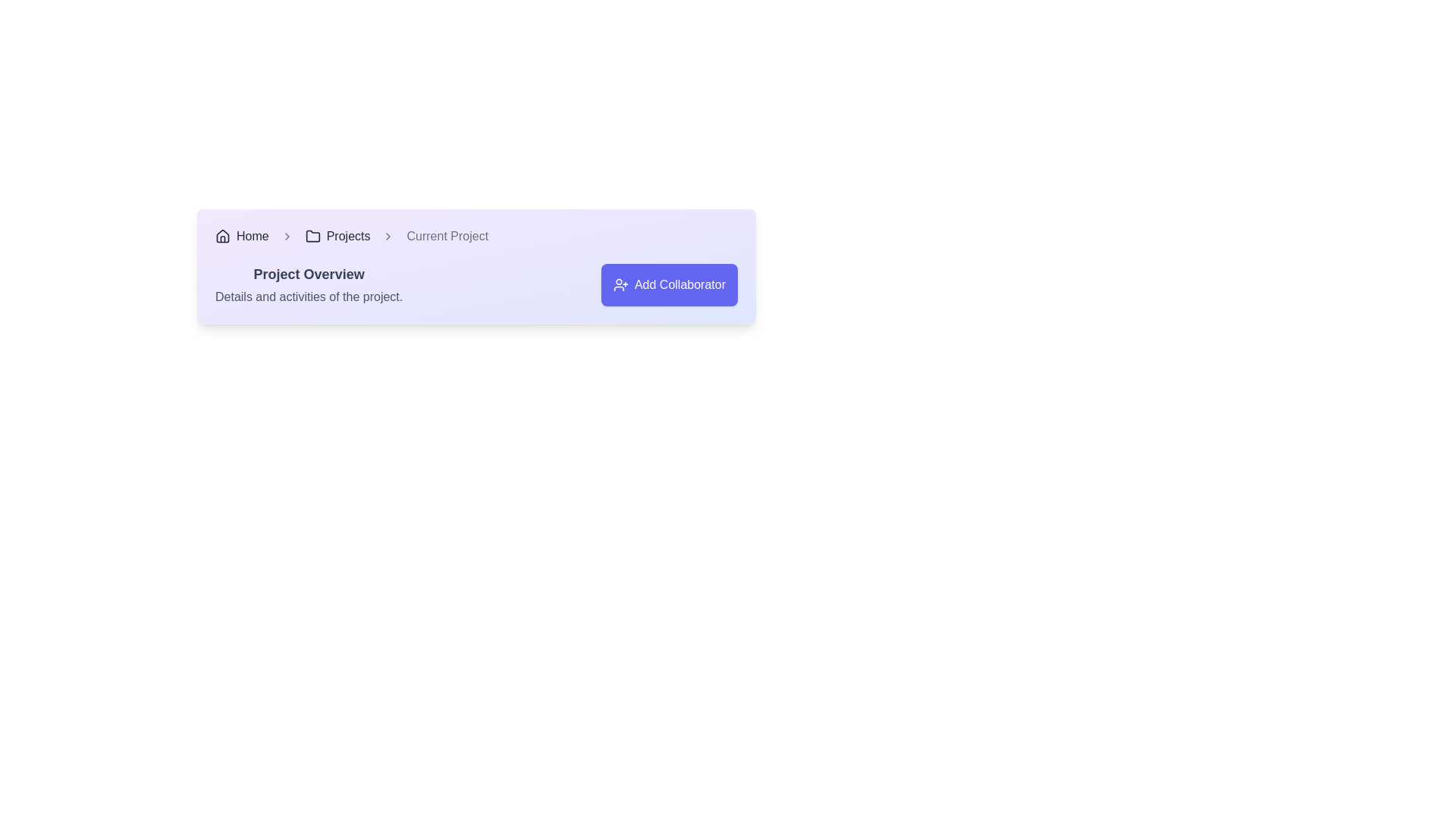 The width and height of the screenshot is (1456, 819). I want to click on the hyperlink in the breadcrumb navigation that redirects to the homepage, which is positioned at the top-left and precedes the 'Projects' and 'Current Project' items, so click(241, 237).